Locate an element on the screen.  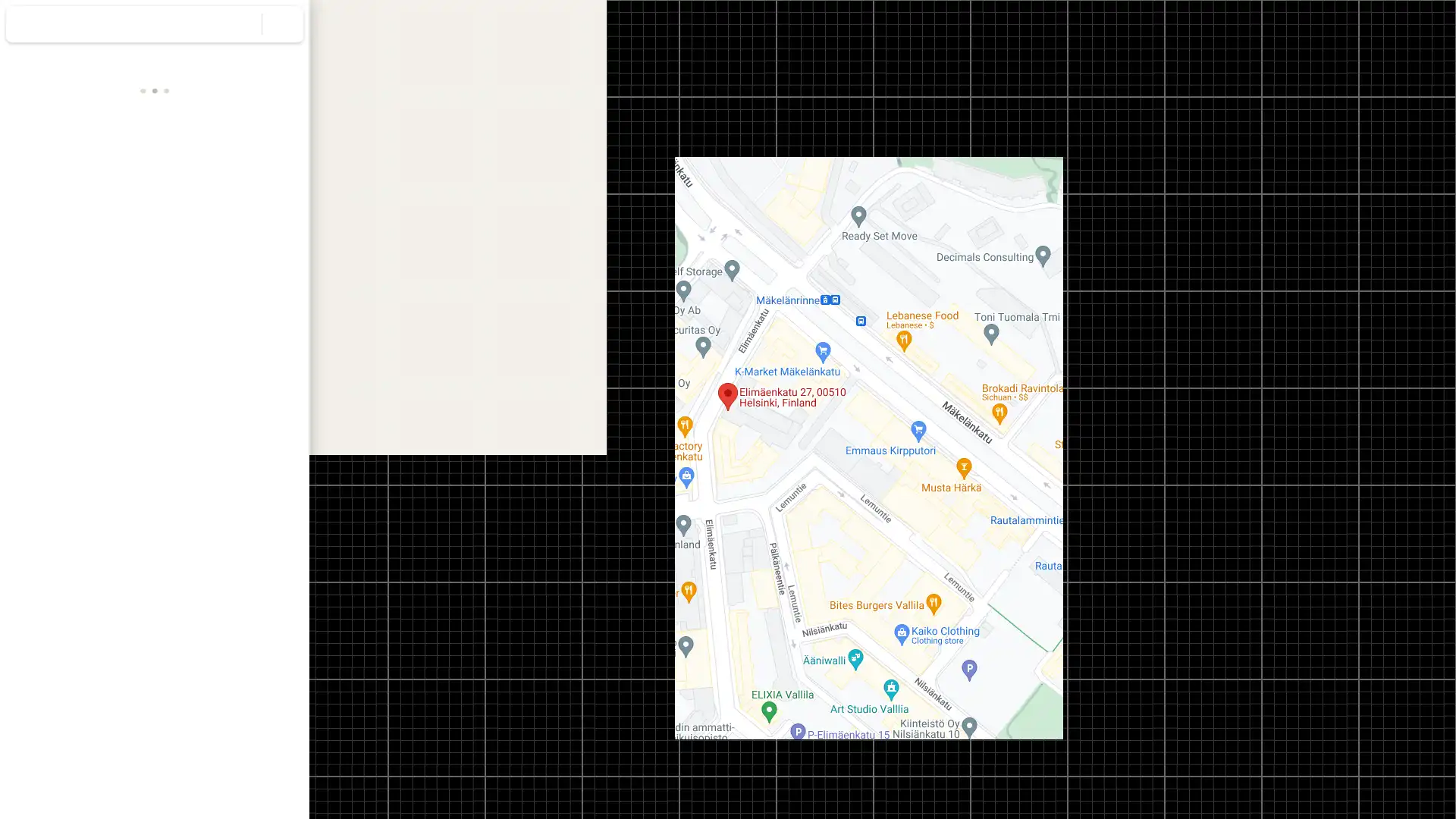
Search nearby Elimaenkatu 27 is located at coordinates (154, 259).